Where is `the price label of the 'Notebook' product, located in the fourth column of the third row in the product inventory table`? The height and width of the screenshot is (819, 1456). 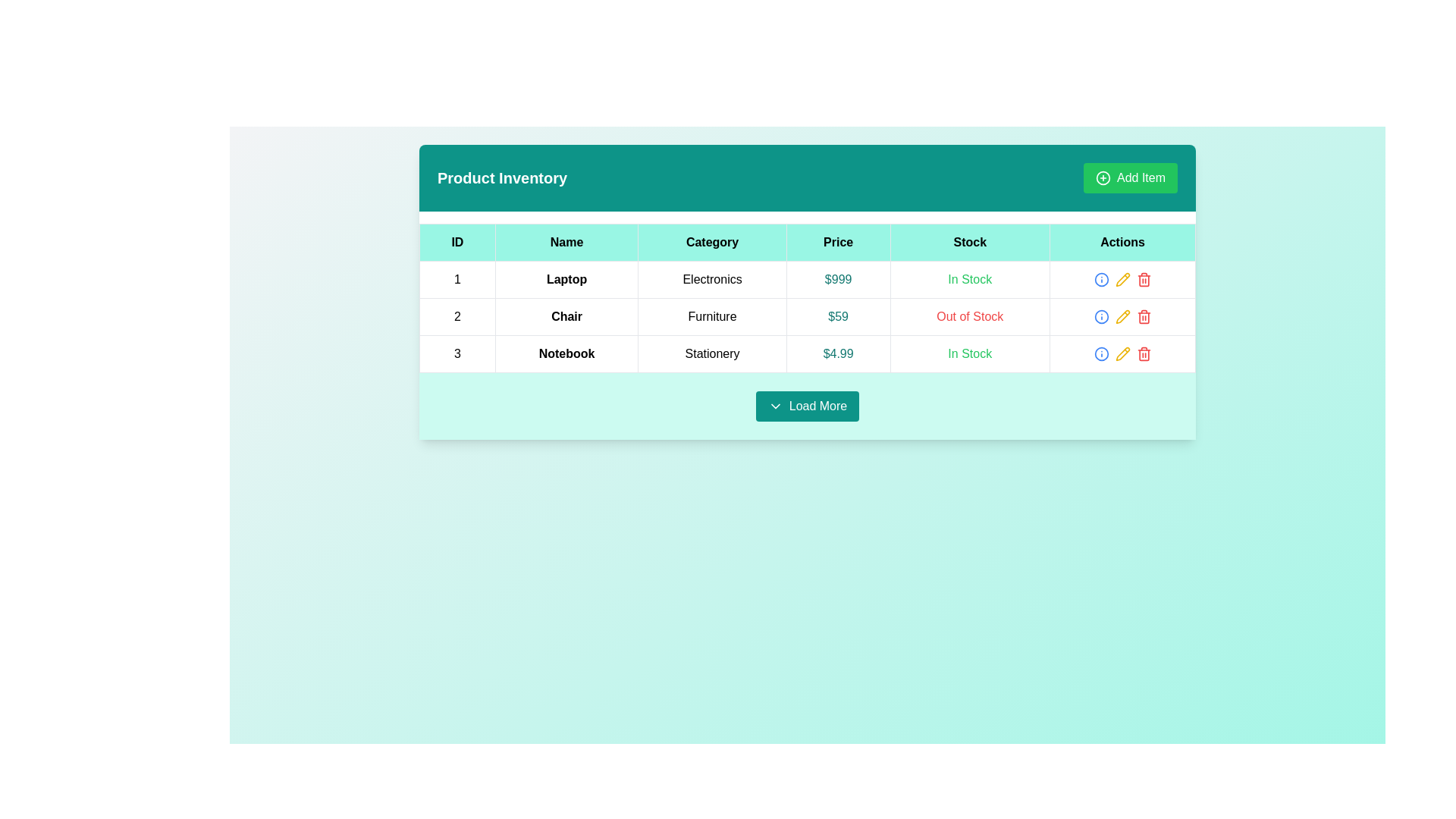
the price label of the 'Notebook' product, located in the fourth column of the third row in the product inventory table is located at coordinates (837, 353).